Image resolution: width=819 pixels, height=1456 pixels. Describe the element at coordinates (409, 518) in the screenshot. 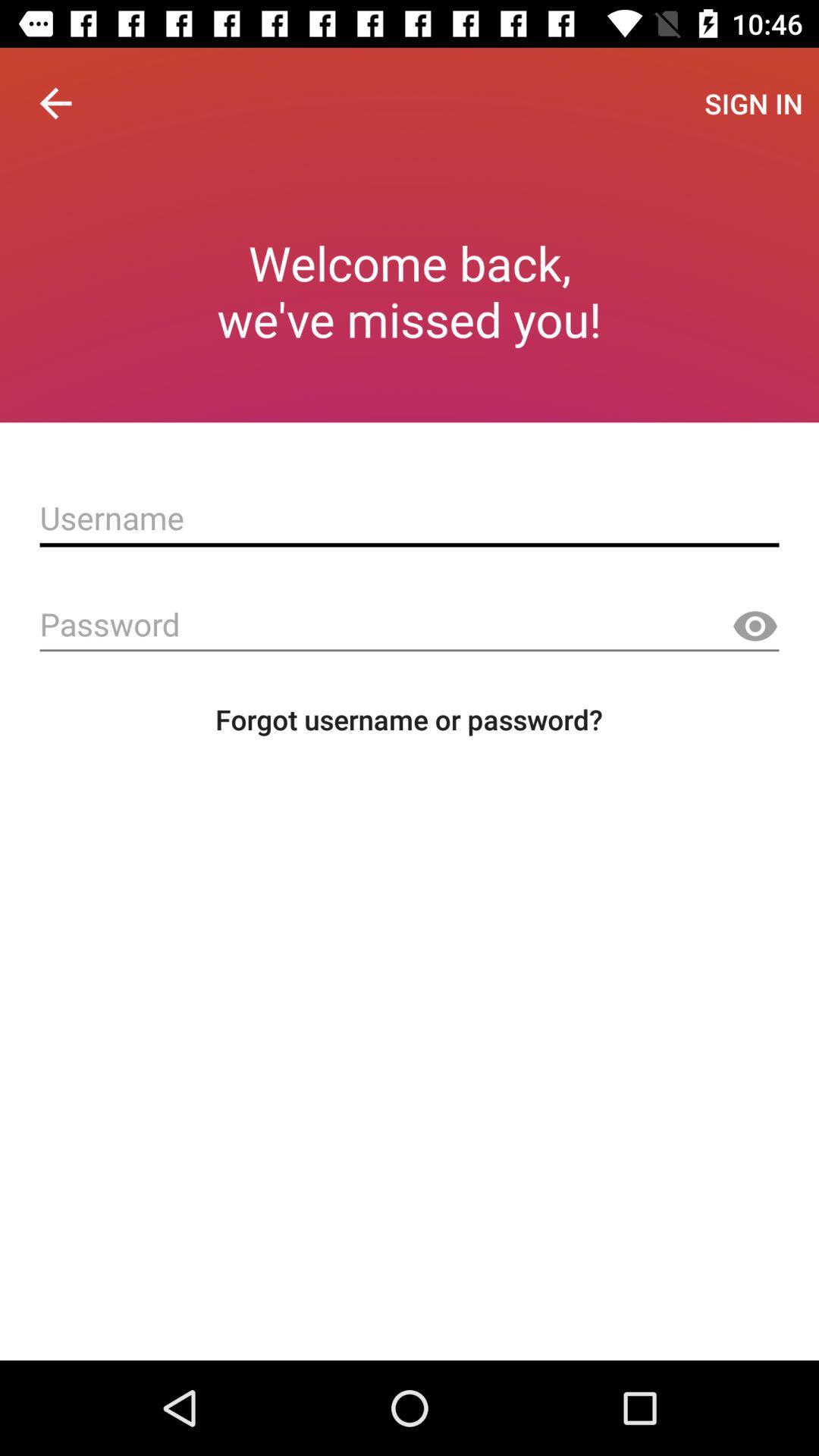

I see `username` at that location.